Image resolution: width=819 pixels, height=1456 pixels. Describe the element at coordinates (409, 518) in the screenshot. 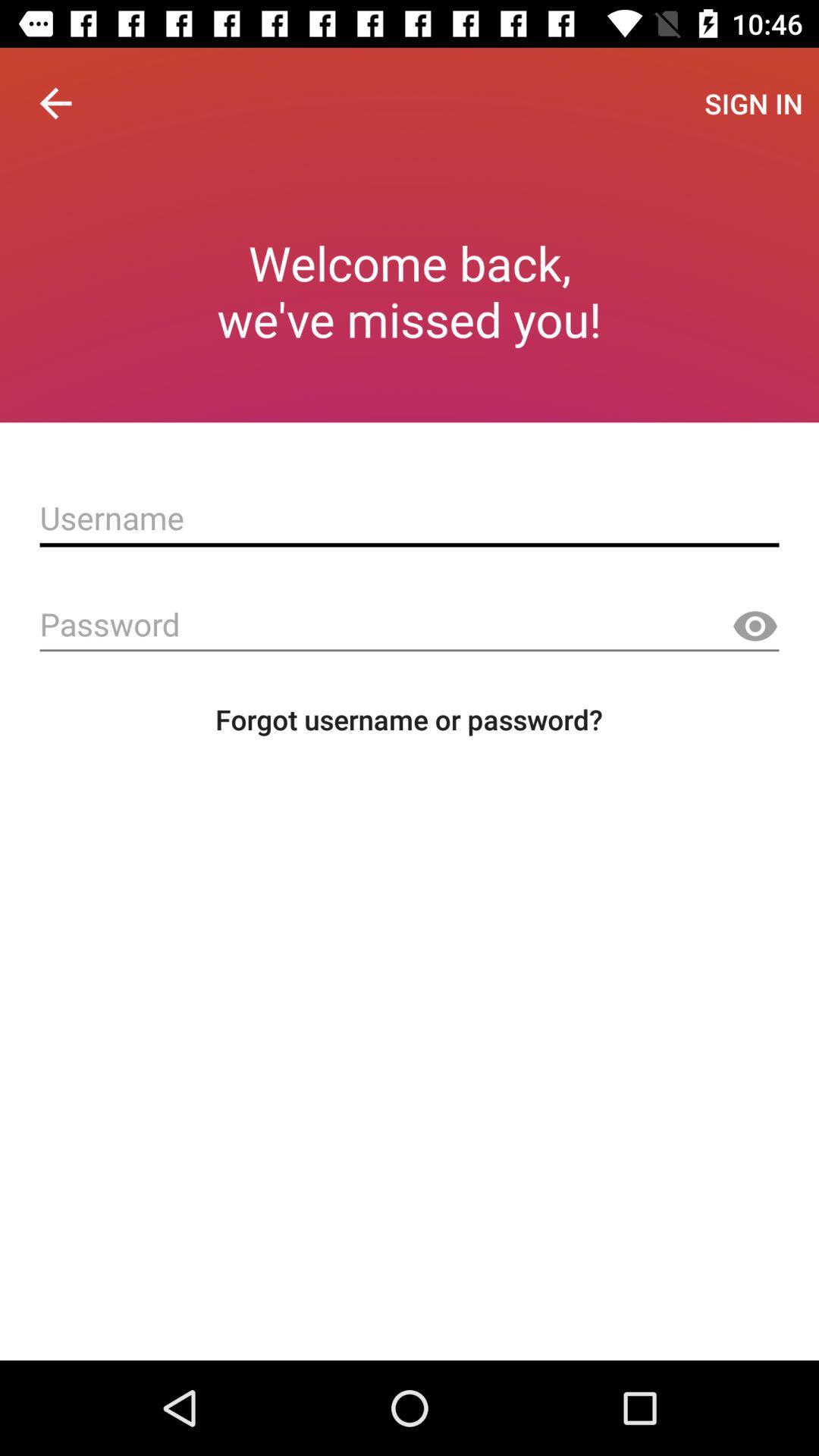

I see `username` at that location.